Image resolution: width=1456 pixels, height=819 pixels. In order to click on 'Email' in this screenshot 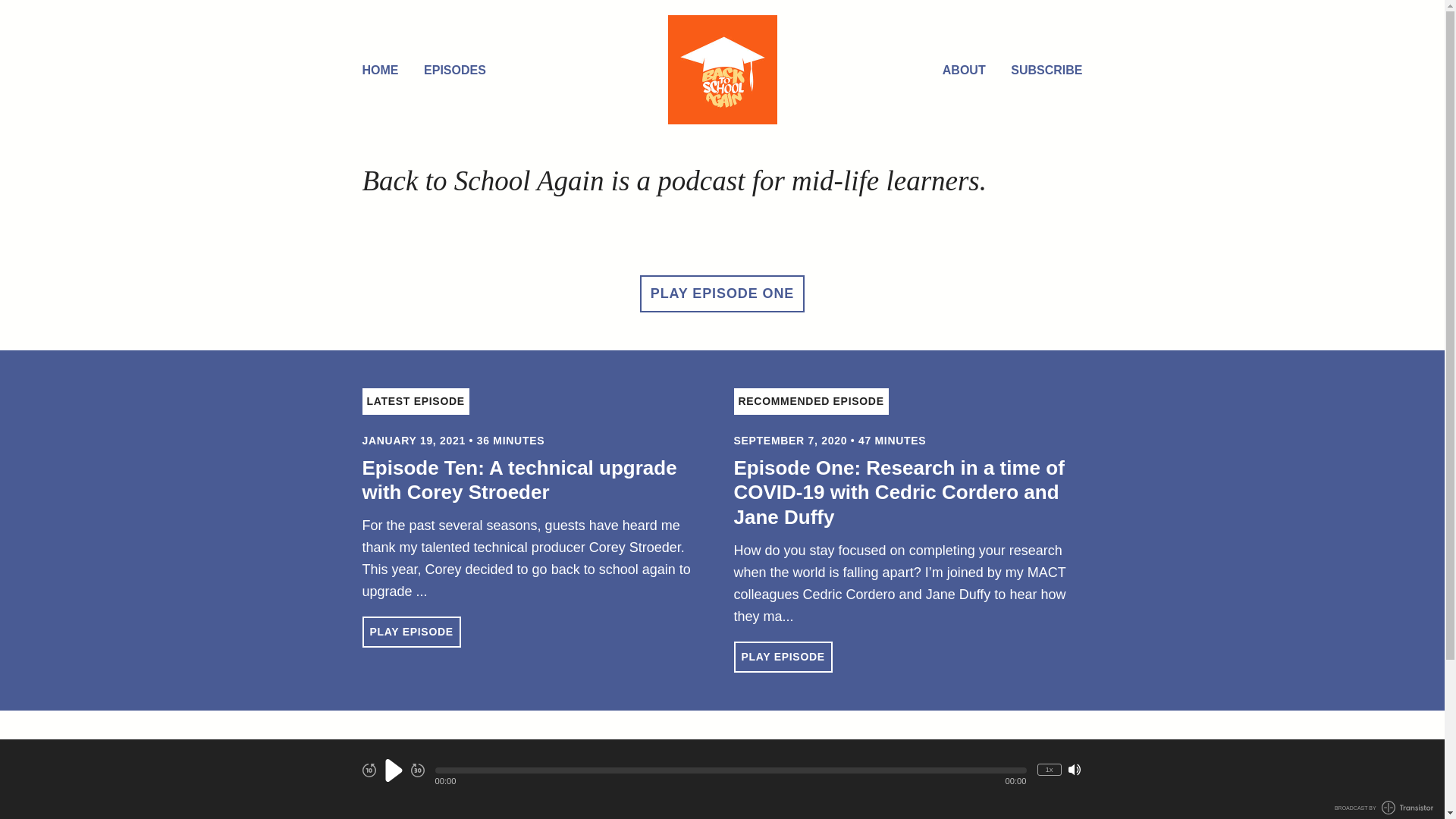, I will do `click(666, 776)`.